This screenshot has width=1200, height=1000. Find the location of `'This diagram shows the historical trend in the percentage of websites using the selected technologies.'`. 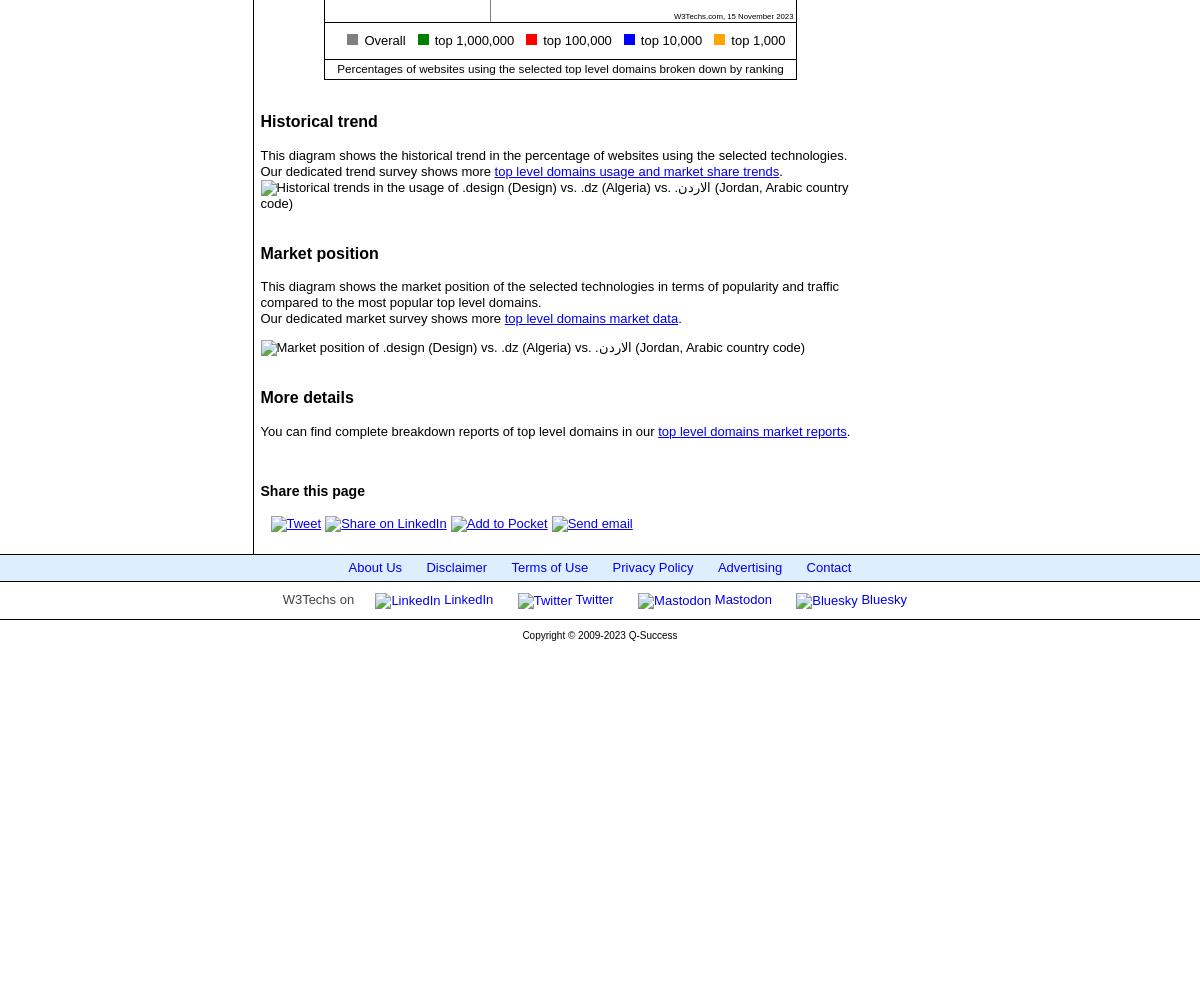

'This diagram shows the historical trend in the percentage of websites using the selected technologies.' is located at coordinates (259, 154).